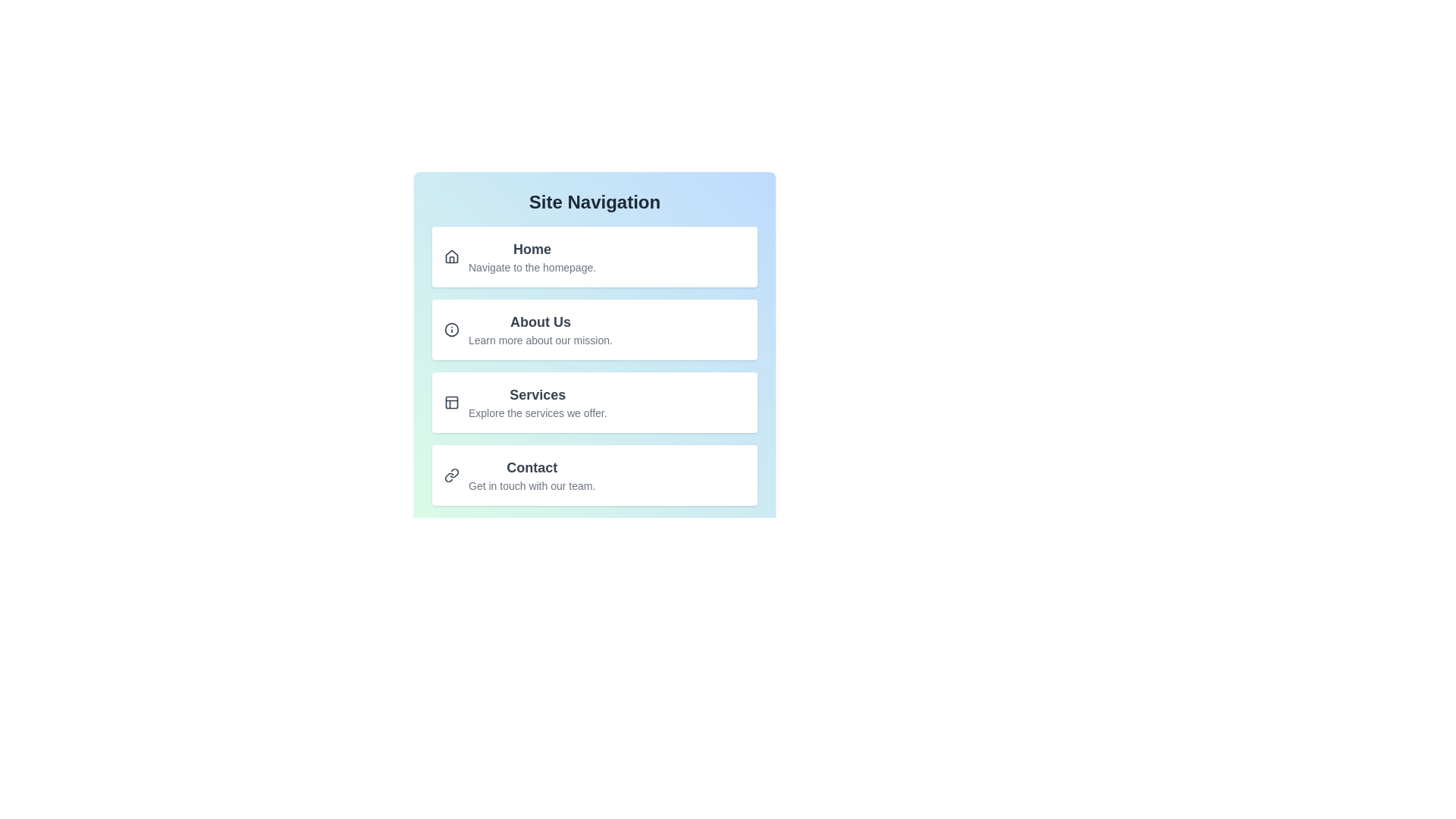 This screenshot has width=1456, height=819. Describe the element at coordinates (594, 353) in the screenshot. I see `the 'About Us' card with a light blue and green gradient background` at that location.